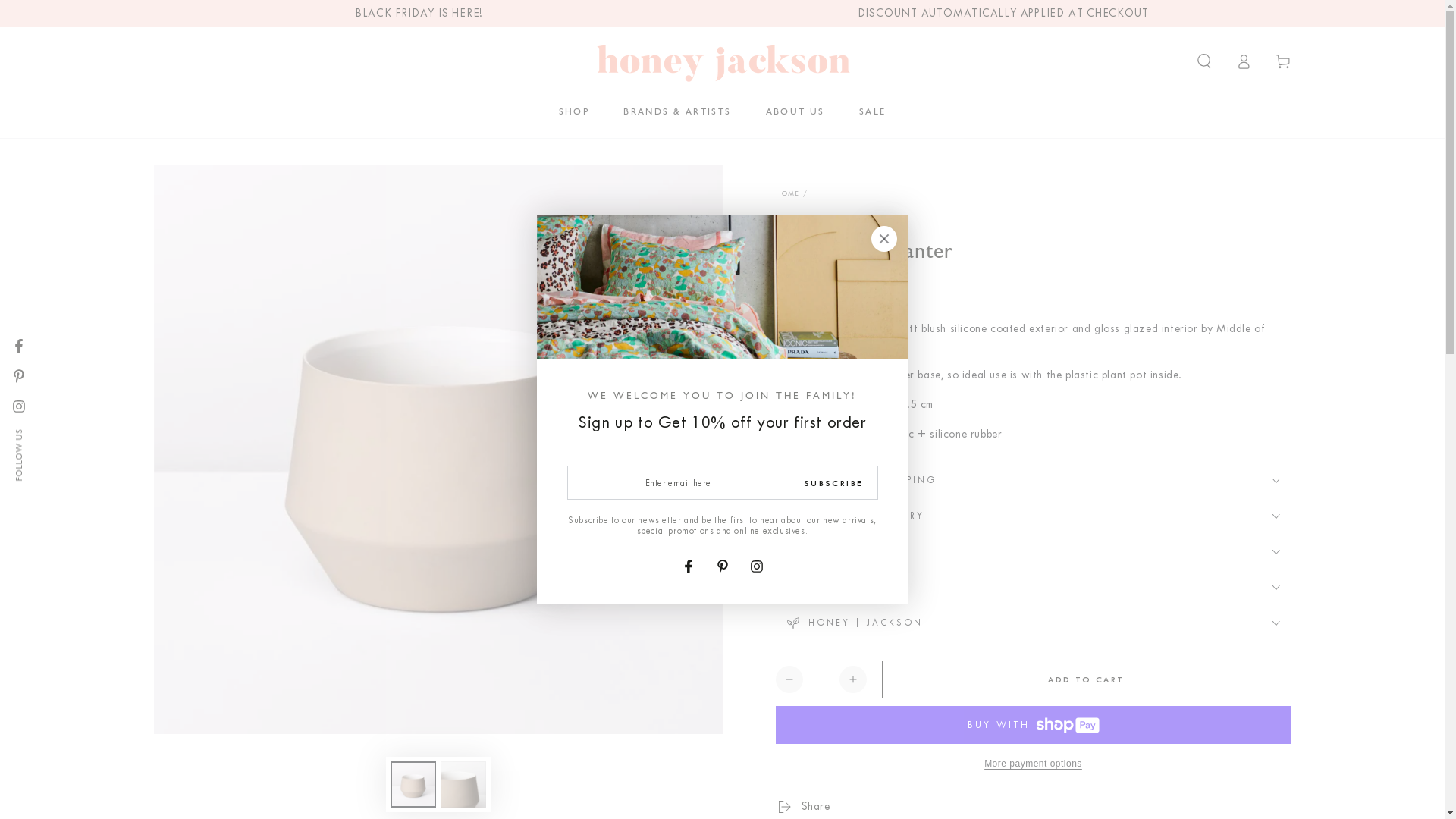 Image resolution: width=1456 pixels, height=819 pixels. What do you see at coordinates (786, 192) in the screenshot?
I see `'HOME'` at bounding box center [786, 192].